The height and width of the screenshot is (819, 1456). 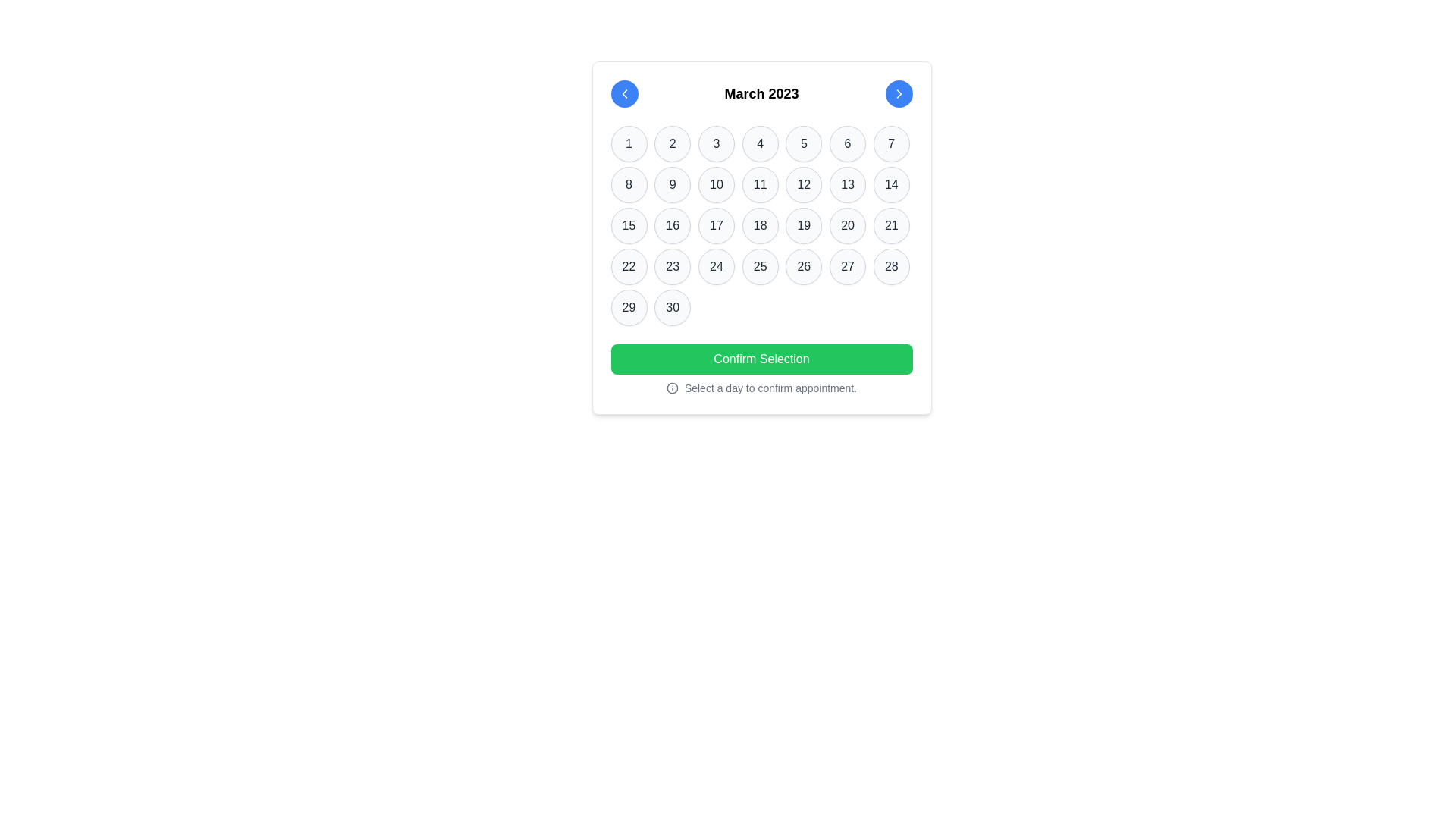 What do you see at coordinates (629, 265) in the screenshot?
I see `the circular button labeled '22' with a light gray background and bold dark text` at bounding box center [629, 265].